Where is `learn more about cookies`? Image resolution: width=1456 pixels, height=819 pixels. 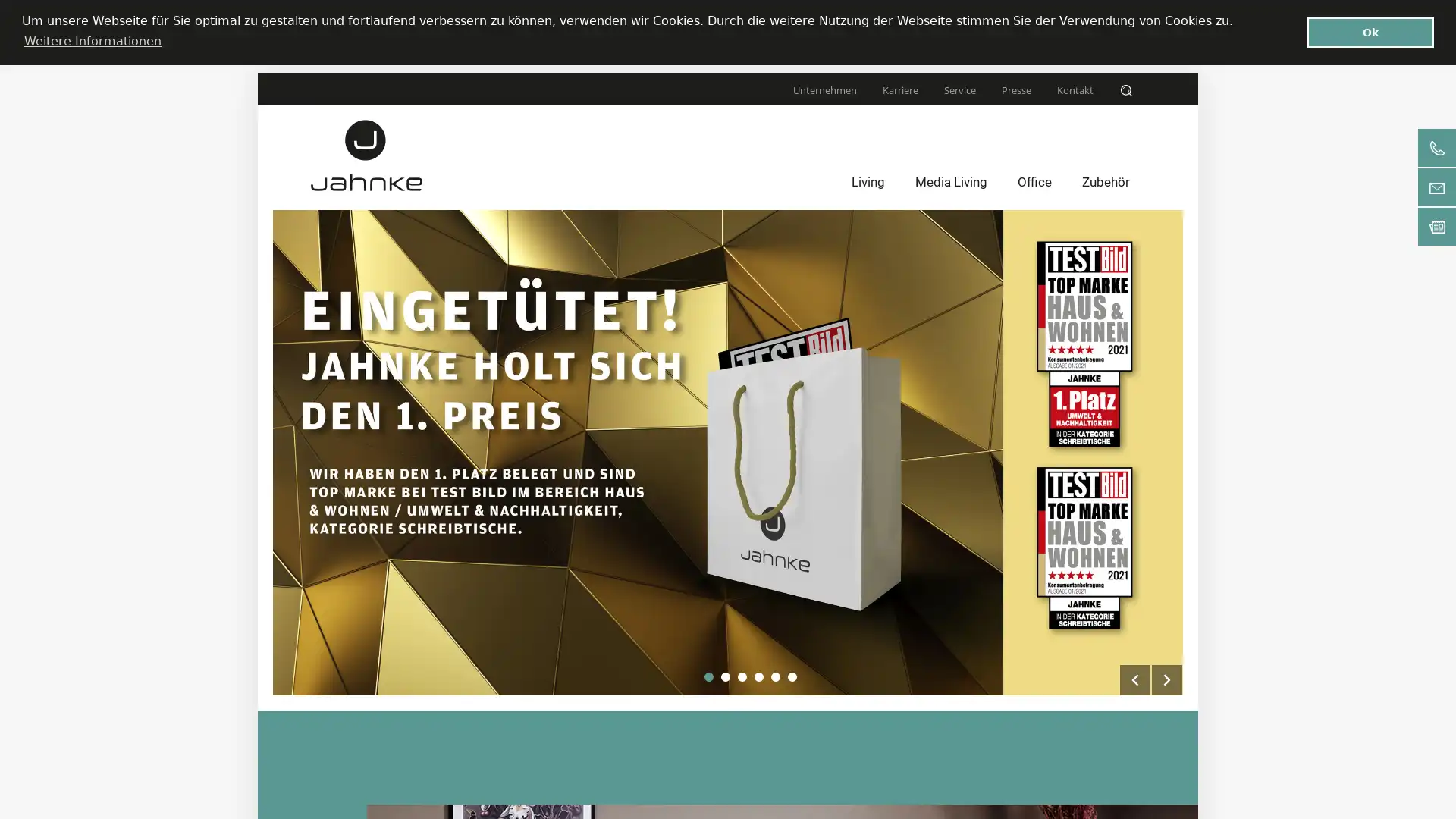 learn more about cookies is located at coordinates (91, 40).